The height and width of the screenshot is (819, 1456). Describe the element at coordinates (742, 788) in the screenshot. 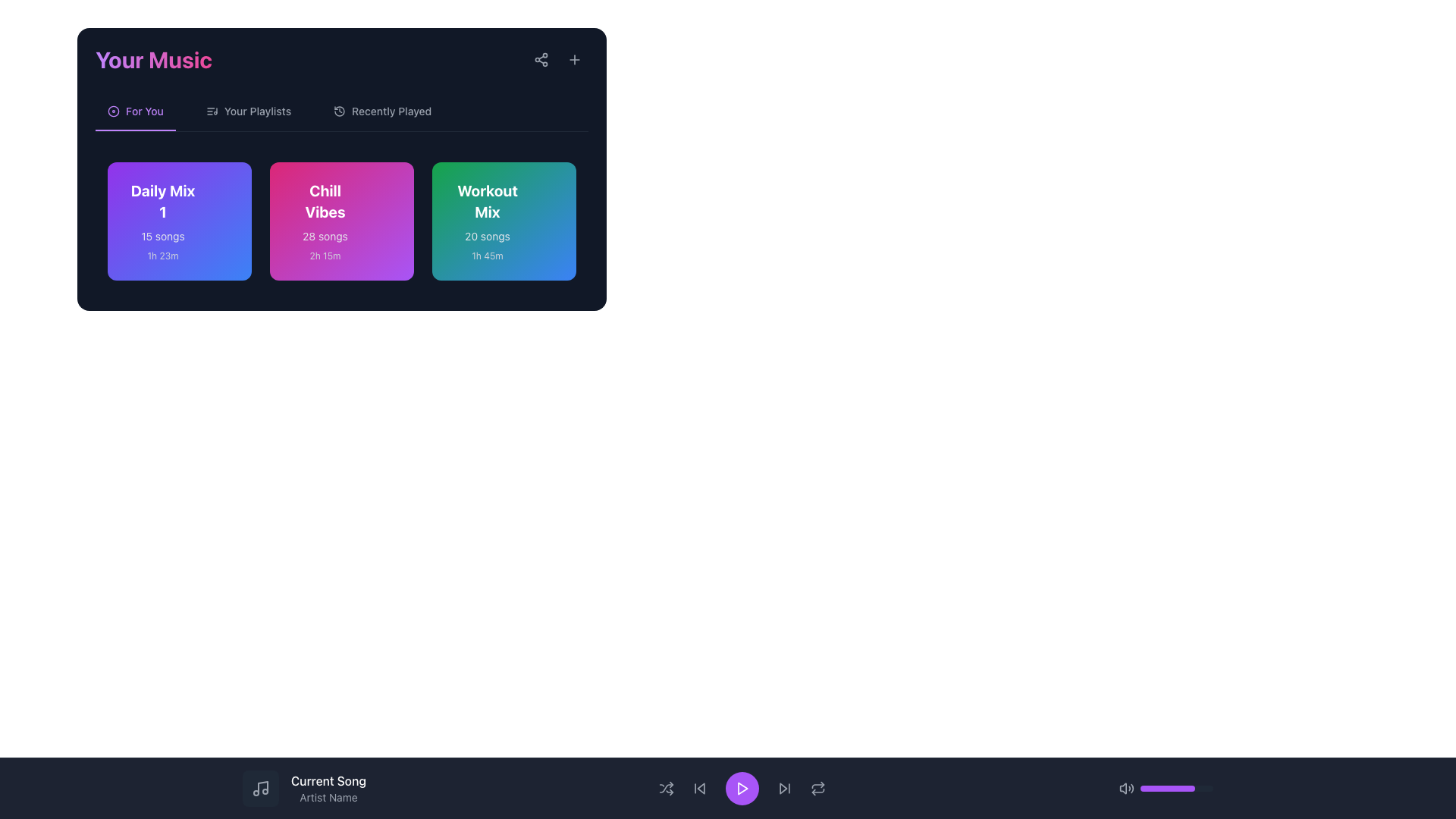

I see `the prominent circular purple button with a white triangular play icon at its center` at that location.